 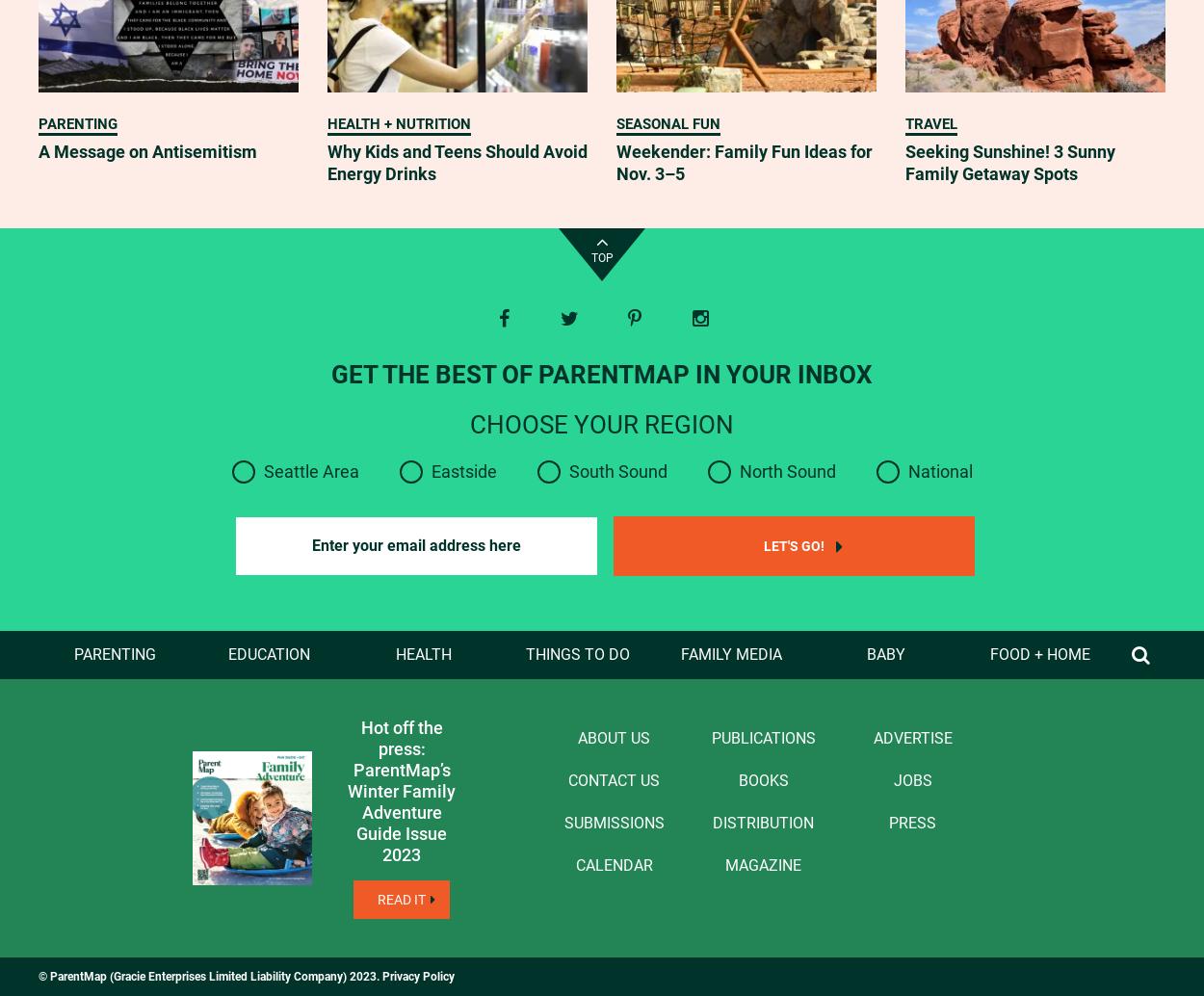 I want to click on 'North Sound', so click(x=786, y=470).